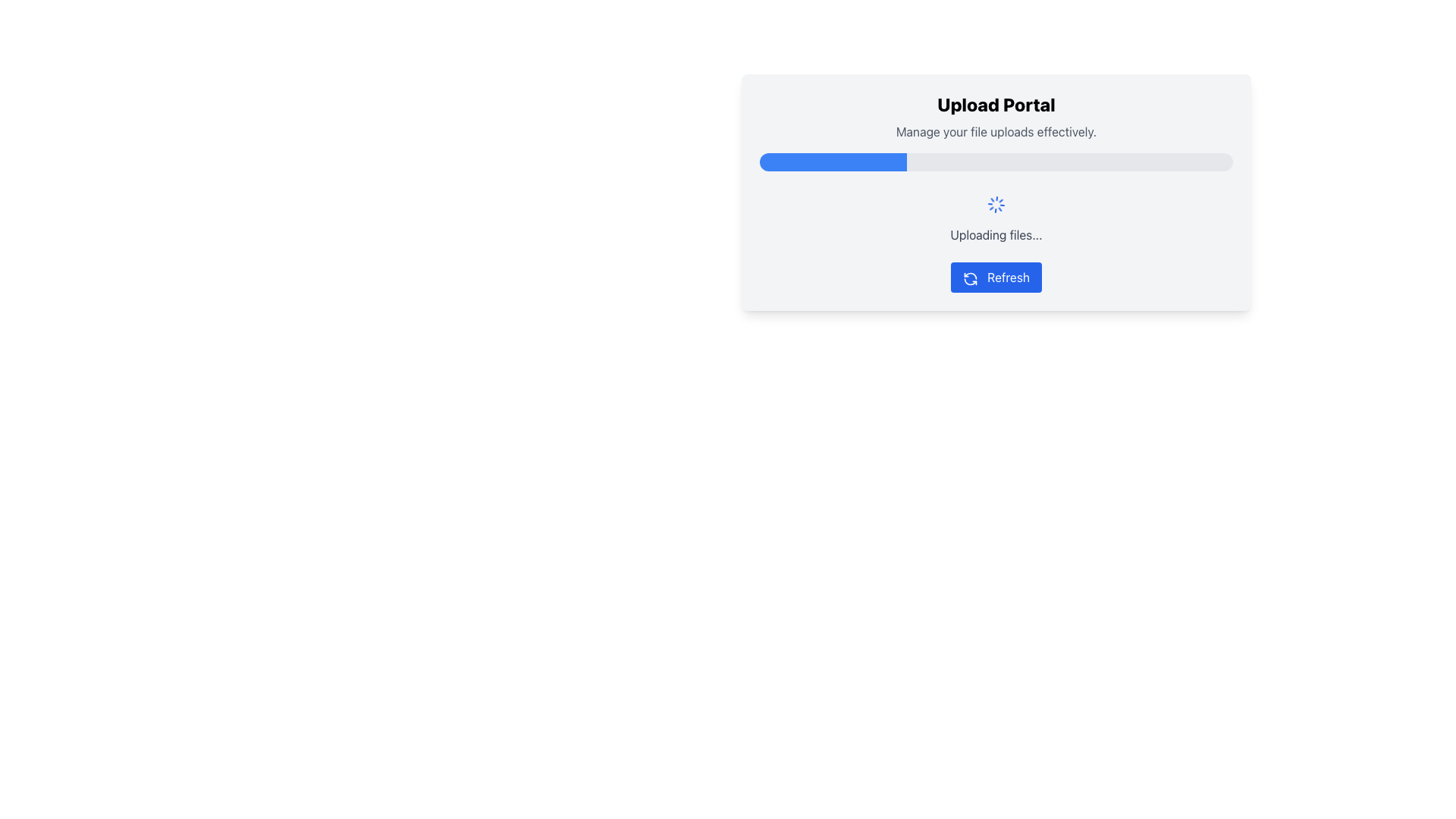  What do you see at coordinates (996, 278) in the screenshot?
I see `the refresh button located at the bottom center of the 'Upload Portal' panel to observe the hover styles` at bounding box center [996, 278].